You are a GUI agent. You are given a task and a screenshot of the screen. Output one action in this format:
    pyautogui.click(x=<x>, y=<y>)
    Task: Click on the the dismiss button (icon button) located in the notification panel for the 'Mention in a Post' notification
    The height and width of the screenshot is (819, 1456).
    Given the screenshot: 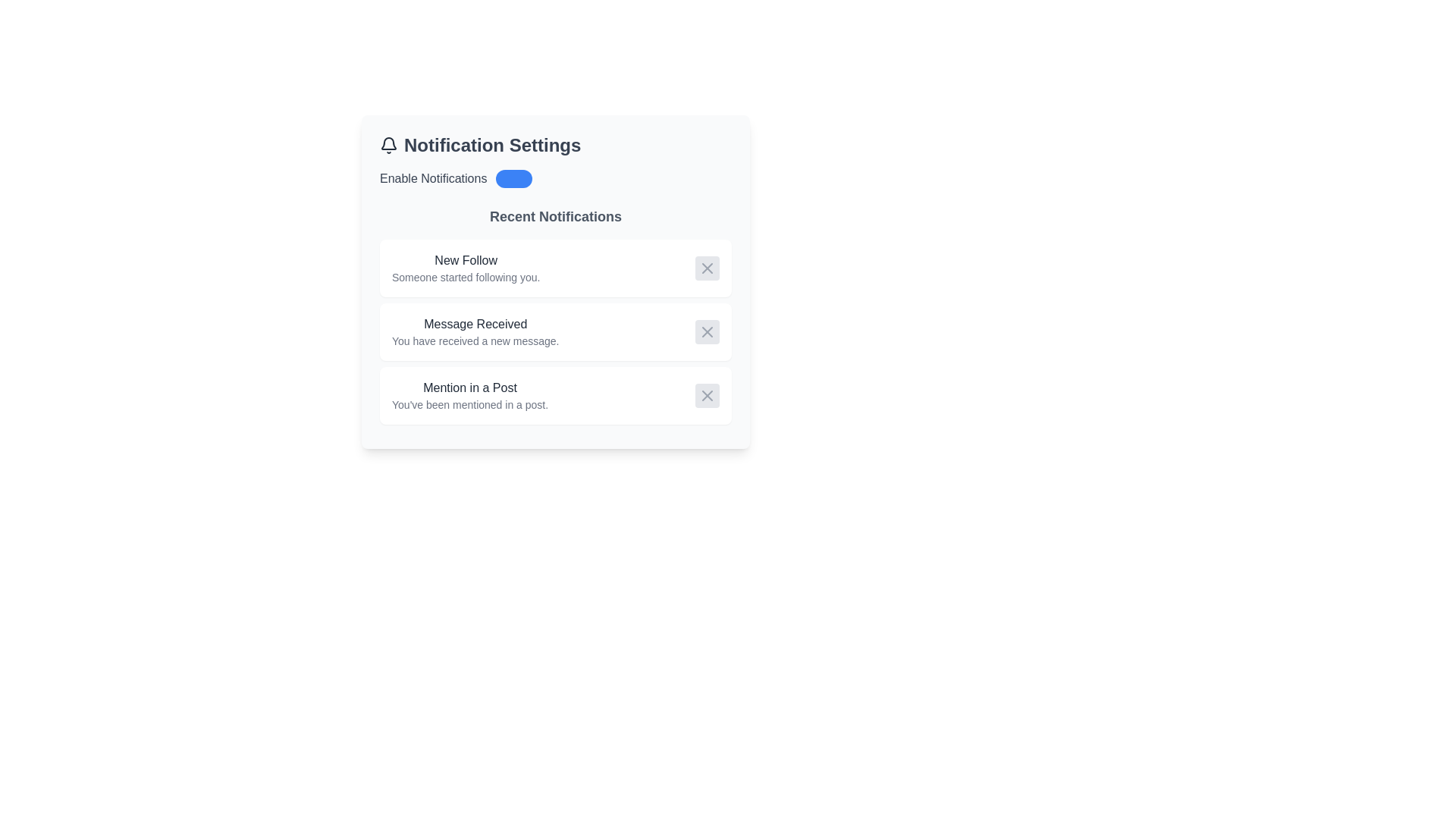 What is the action you would take?
    pyautogui.click(x=706, y=394)
    